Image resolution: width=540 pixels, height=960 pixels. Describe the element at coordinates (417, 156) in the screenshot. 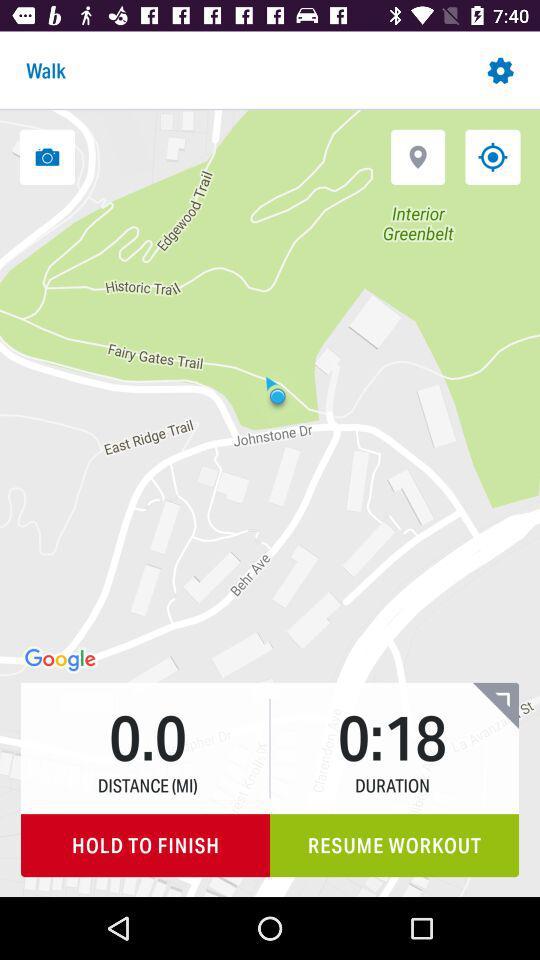

I see `mark location` at that location.